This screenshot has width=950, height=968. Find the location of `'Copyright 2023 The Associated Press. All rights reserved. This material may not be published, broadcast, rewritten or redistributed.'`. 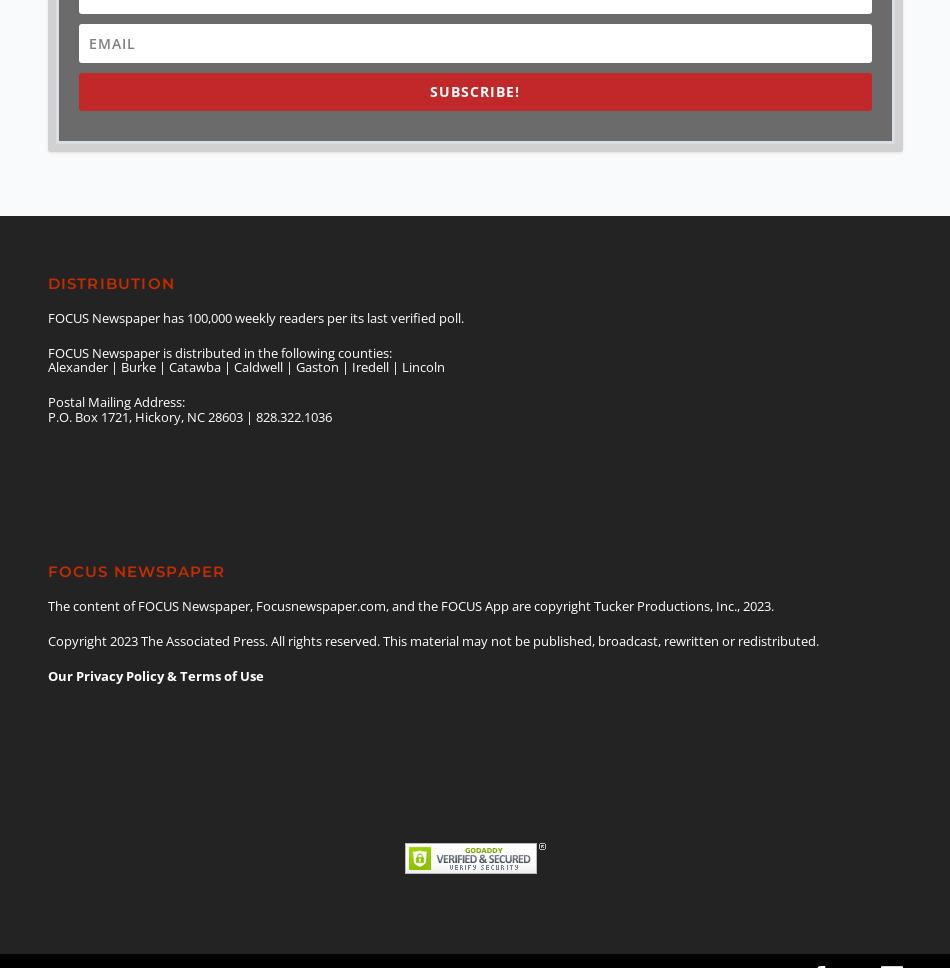

'Copyright 2023 The Associated Press. All rights reserved. This material may not be published, broadcast, rewritten or redistributed.' is located at coordinates (431, 640).